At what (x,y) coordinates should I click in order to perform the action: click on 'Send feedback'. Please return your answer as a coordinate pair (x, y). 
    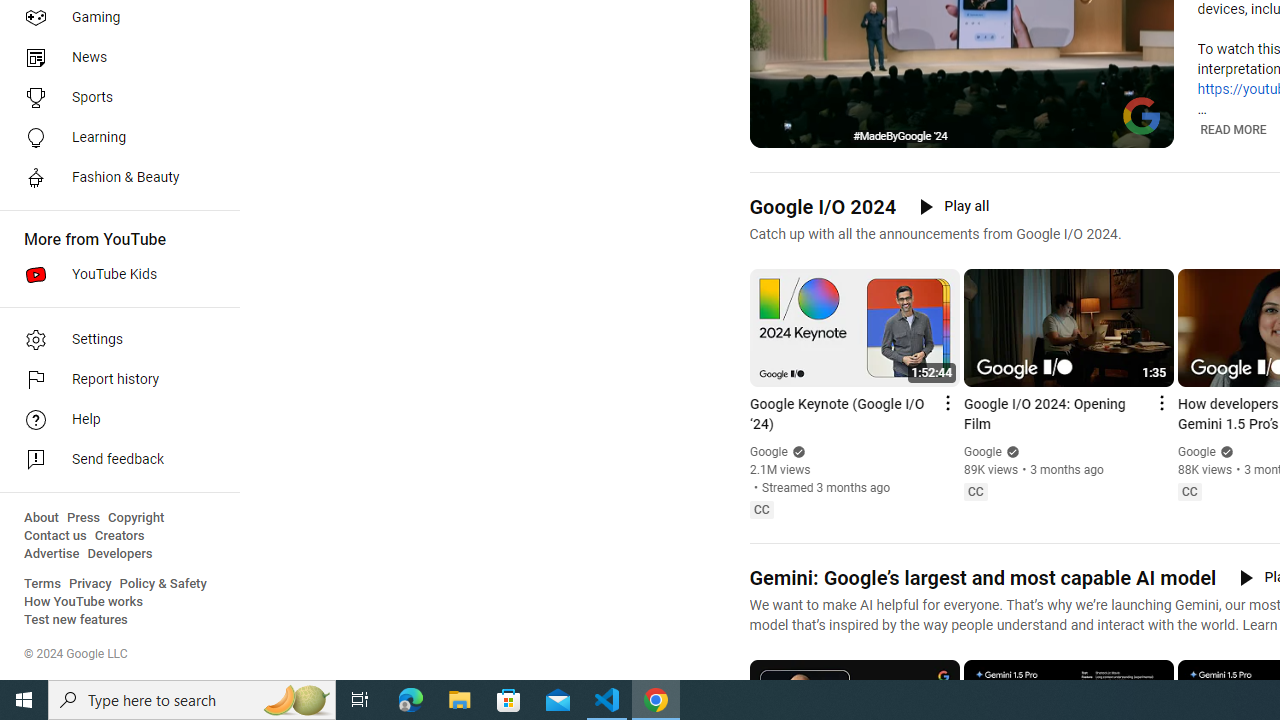
    Looking at the image, I should click on (112, 460).